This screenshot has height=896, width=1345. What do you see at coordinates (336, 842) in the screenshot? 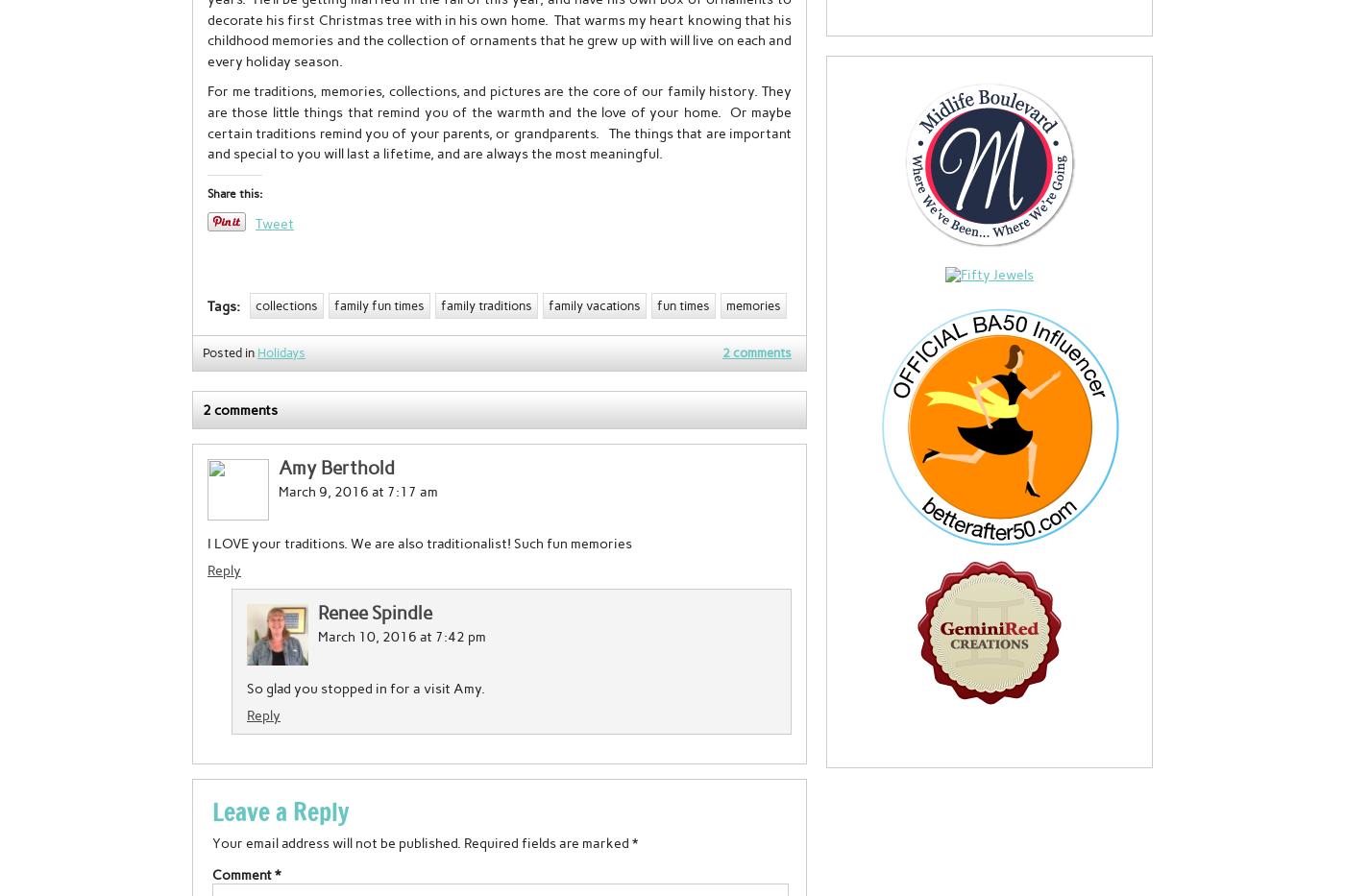
I see `'Your email address will not be published.'` at bounding box center [336, 842].